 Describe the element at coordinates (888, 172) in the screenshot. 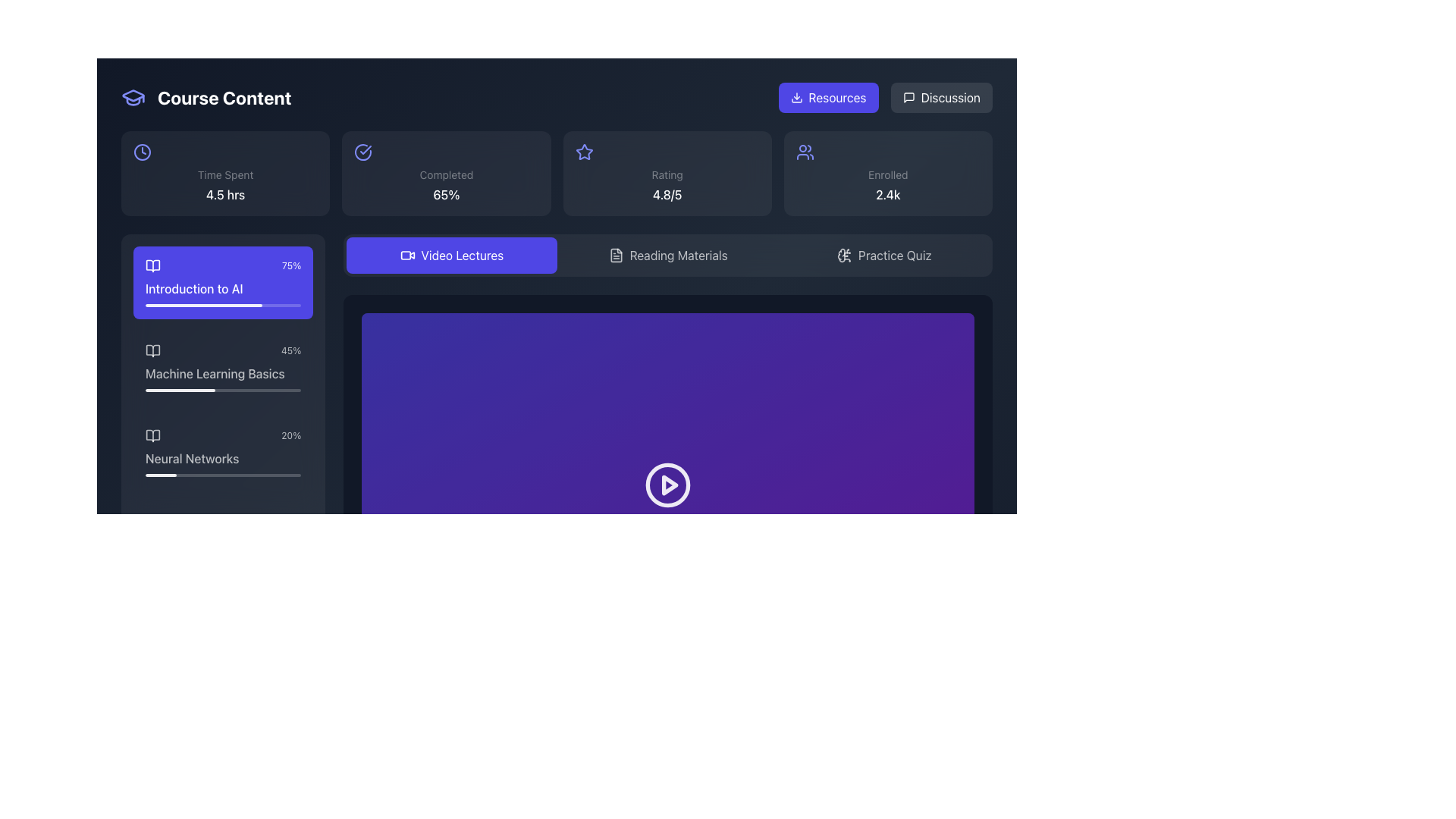

I see `the Information Widget displaying enrollment statistics, located at the top-right corner of a four-column grid, adjacent to the 'Rating' widget` at that location.